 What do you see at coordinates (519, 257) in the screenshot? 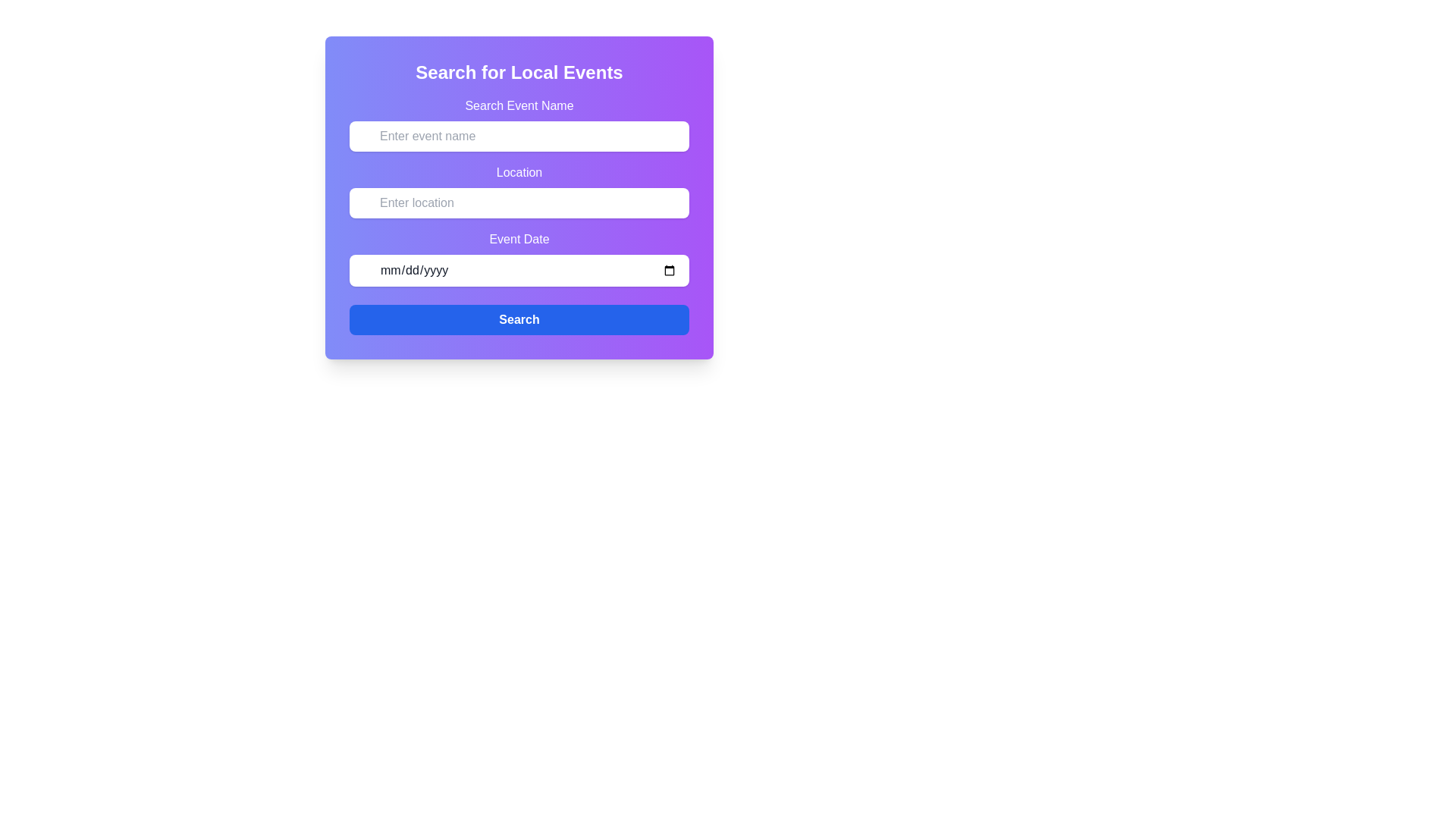
I see `the calendar icon in the third input field of the 'Search for Local Events' section` at bounding box center [519, 257].